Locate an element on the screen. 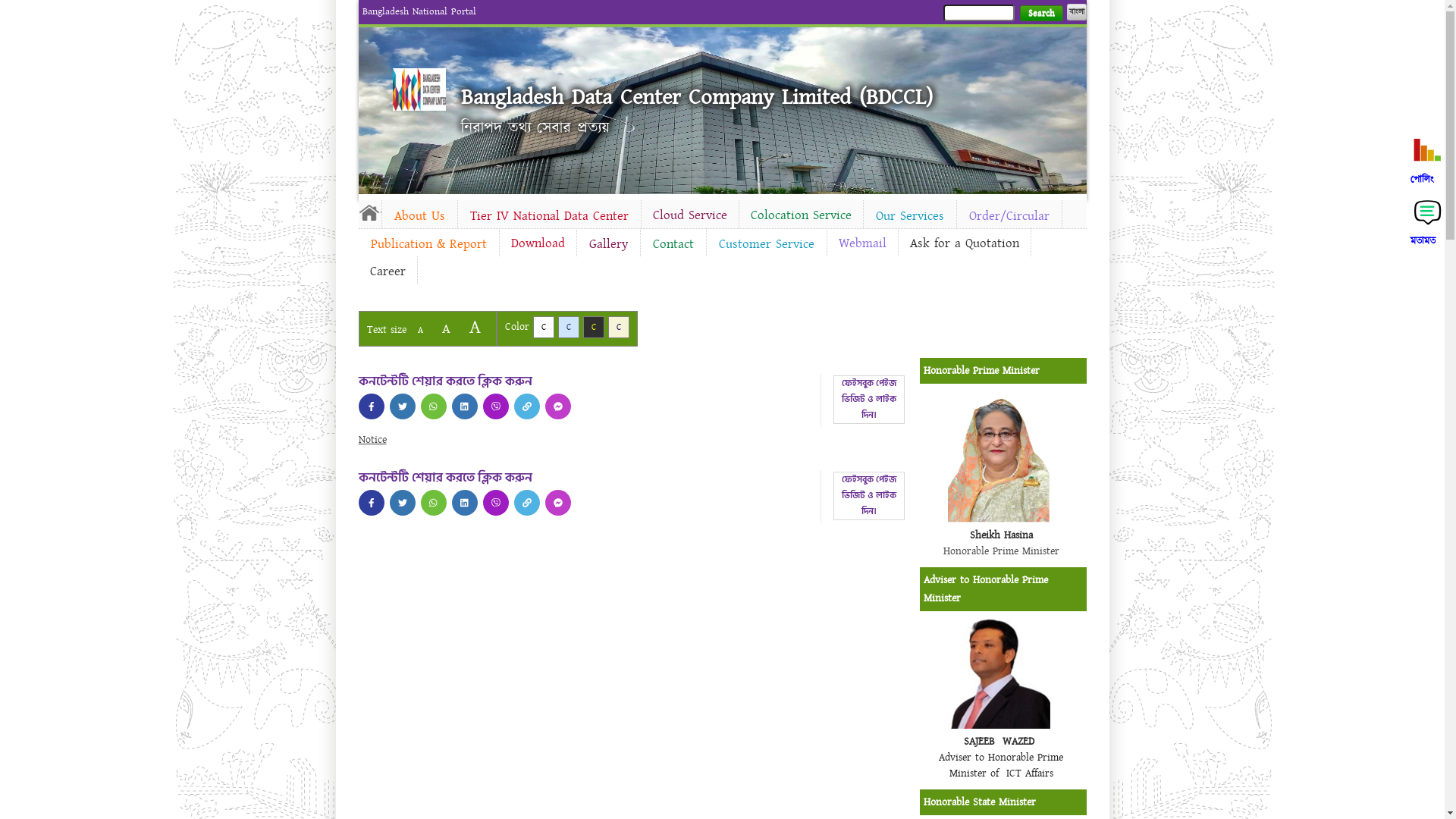 This screenshot has height=819, width=1456. 'Webmail' is located at coordinates (861, 242).